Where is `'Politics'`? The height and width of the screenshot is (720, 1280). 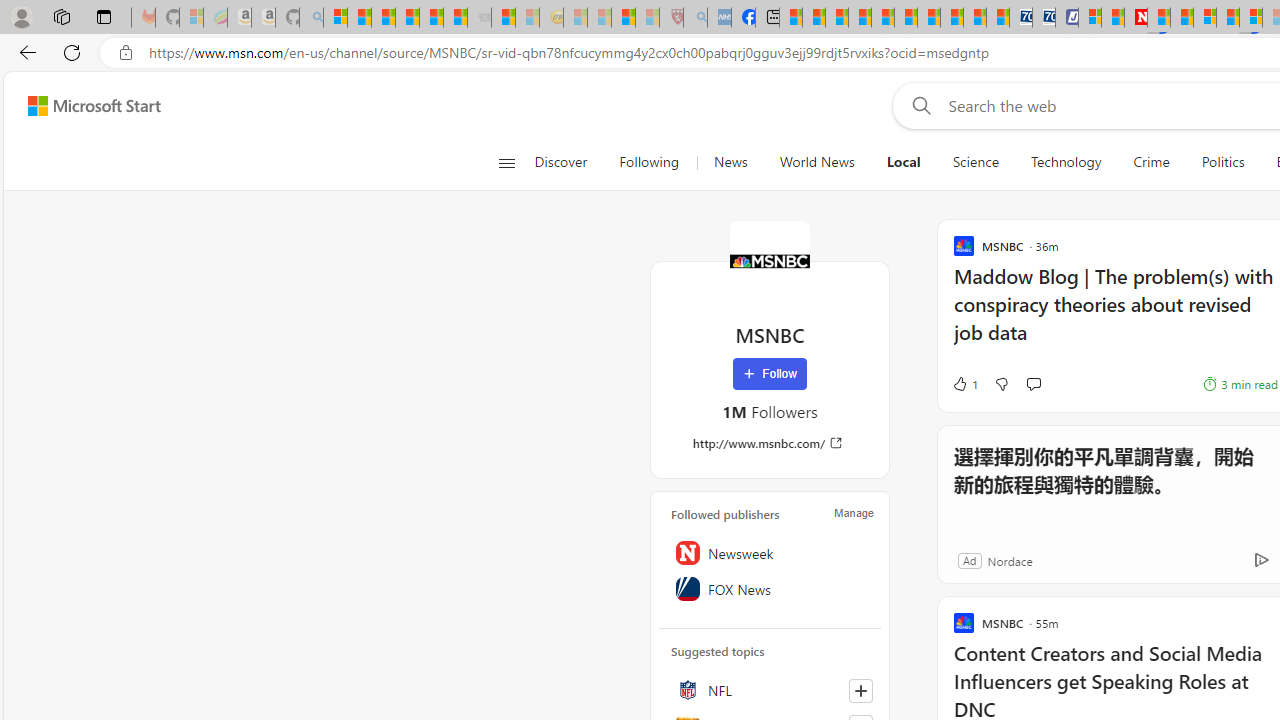 'Politics' is located at coordinates (1222, 162).